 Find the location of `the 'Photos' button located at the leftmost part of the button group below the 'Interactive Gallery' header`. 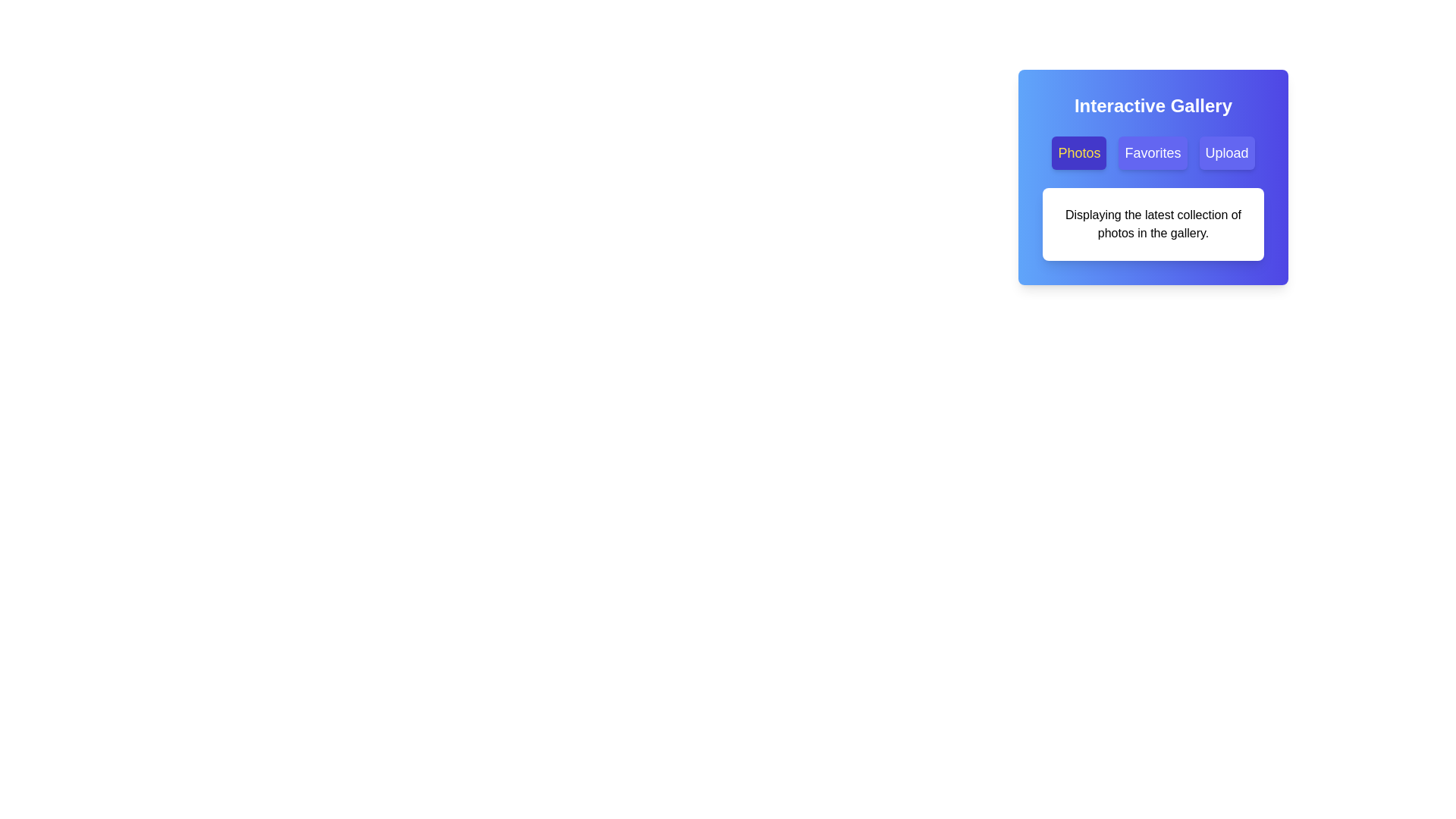

the 'Photos' button located at the leftmost part of the button group below the 'Interactive Gallery' header is located at coordinates (1078, 152).